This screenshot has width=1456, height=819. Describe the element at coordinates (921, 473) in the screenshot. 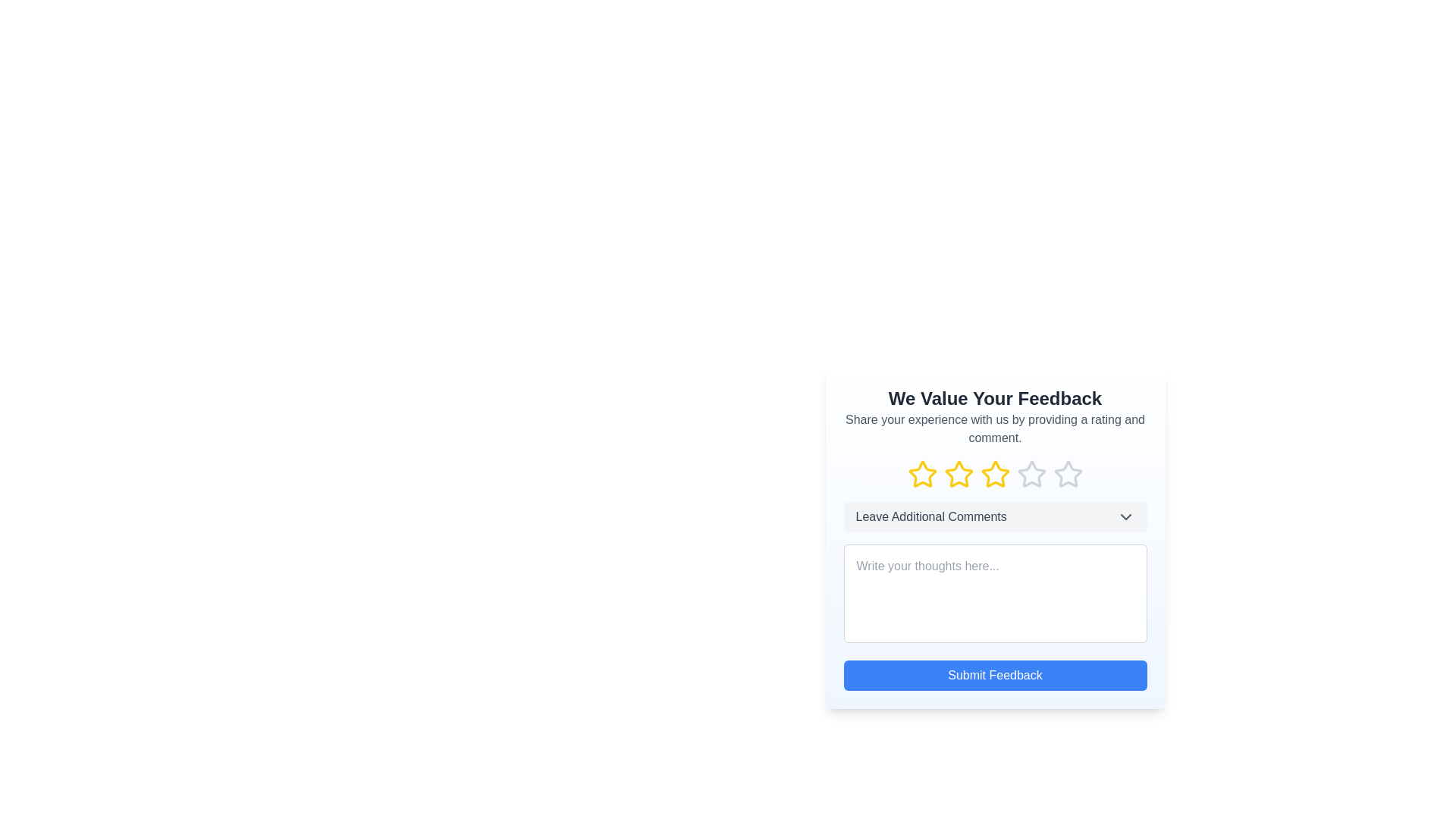

I see `the first star rating icon in the five-star rating scale on the feedback panel titled 'We Value Your Feedback'` at that location.